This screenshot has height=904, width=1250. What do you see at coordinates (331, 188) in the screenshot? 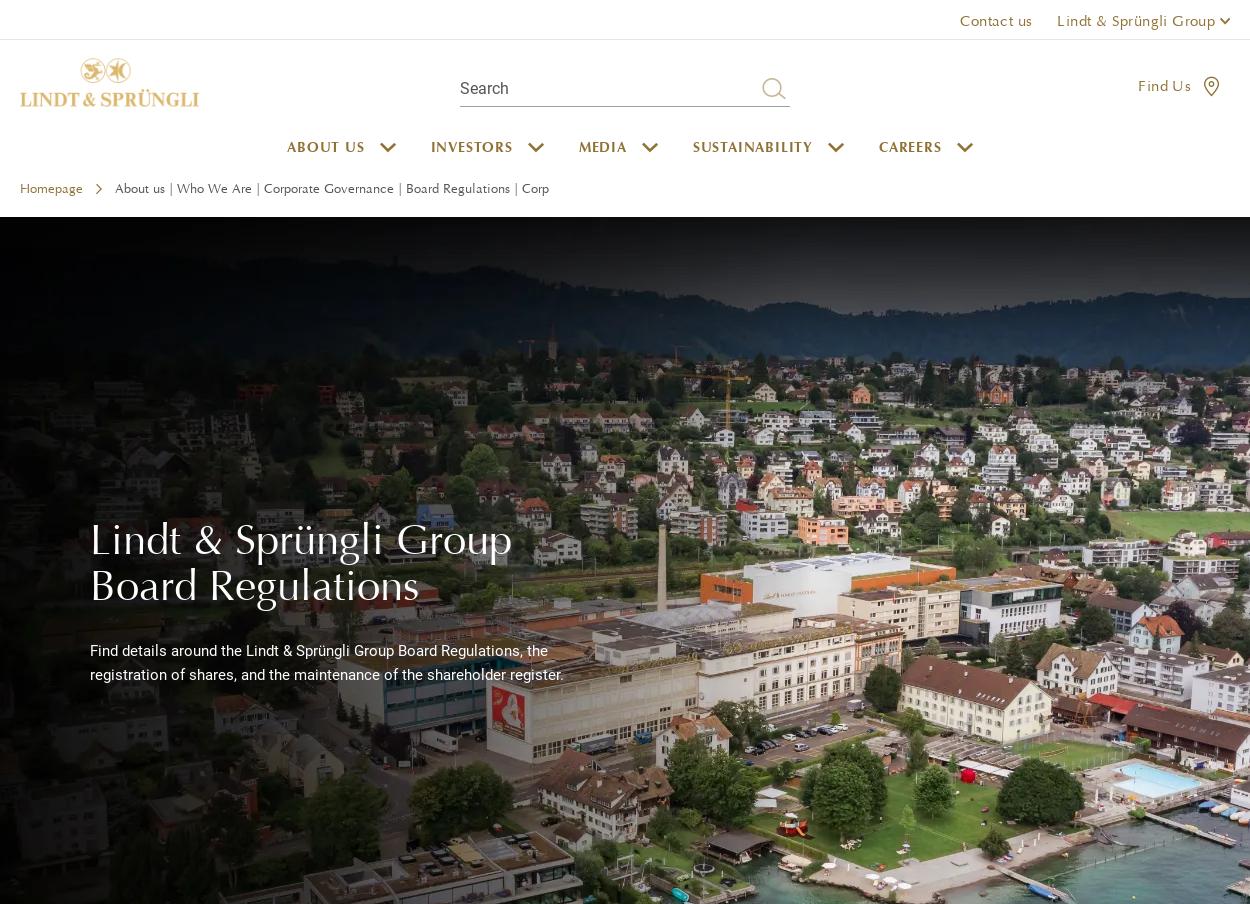
I see `'About us | Who We Are | Corporate Governance | Board Regulations | Corp'` at bounding box center [331, 188].